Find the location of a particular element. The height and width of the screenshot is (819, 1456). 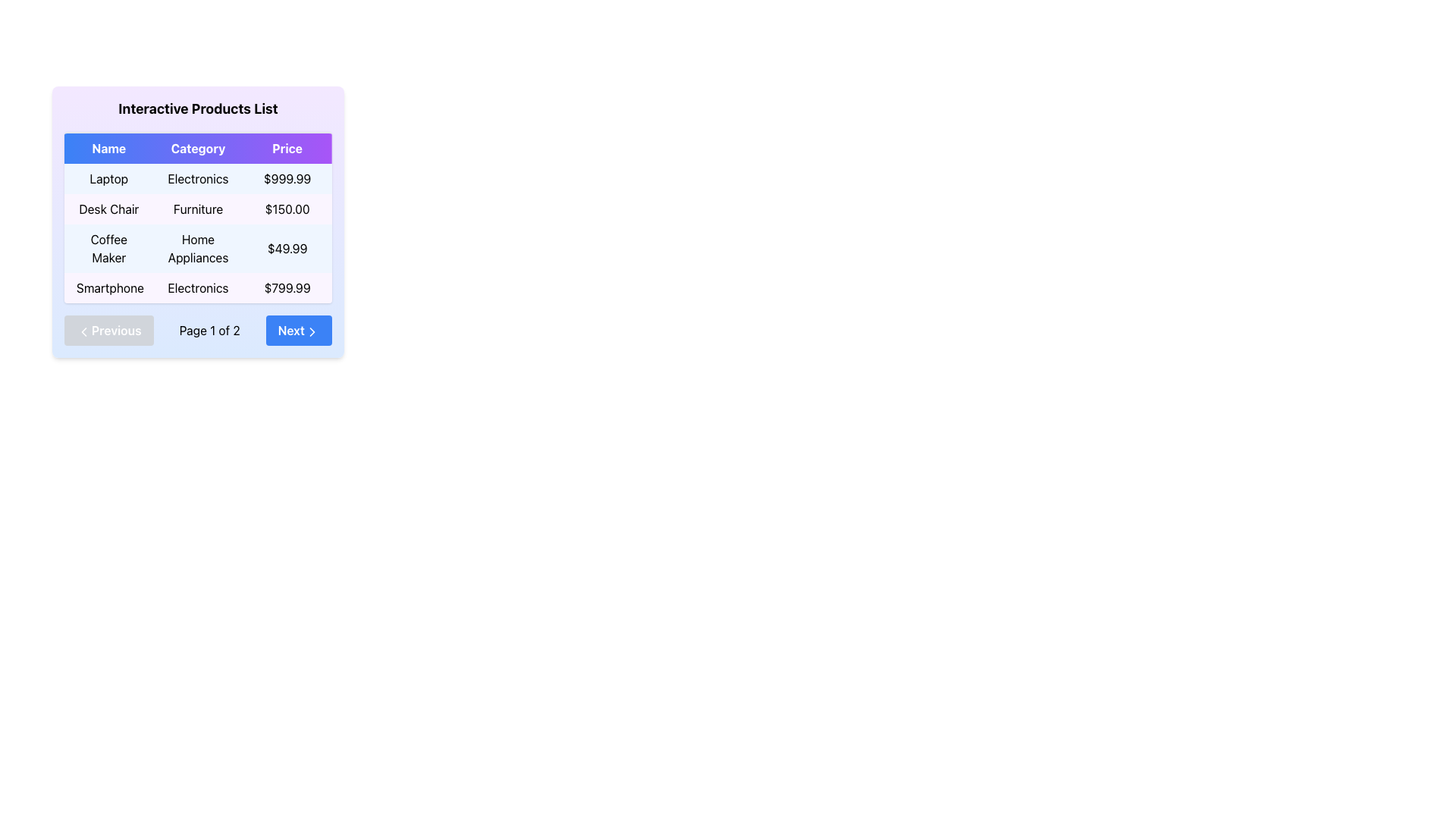

the 'Price' label, a rectangular button-like component with a purple background and white text is located at coordinates (287, 149).